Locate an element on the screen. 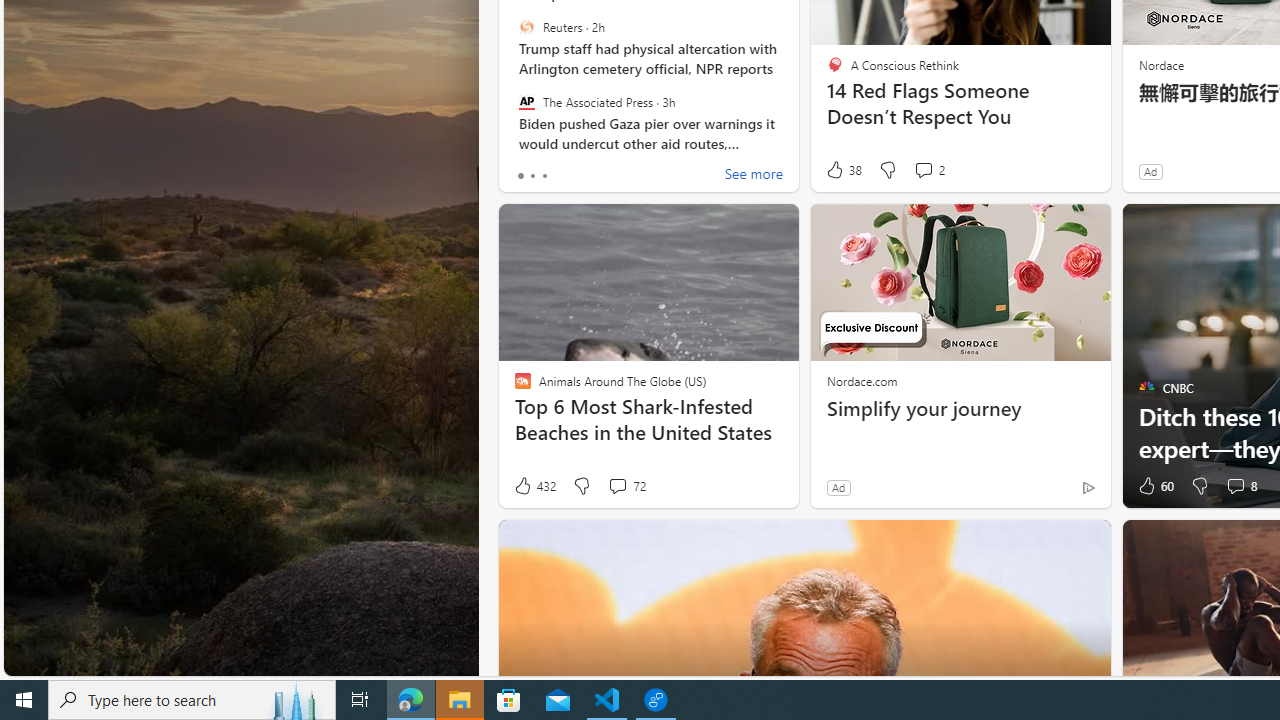 This screenshot has height=720, width=1280. 'View comments 72 Comment' is located at coordinates (616, 486).